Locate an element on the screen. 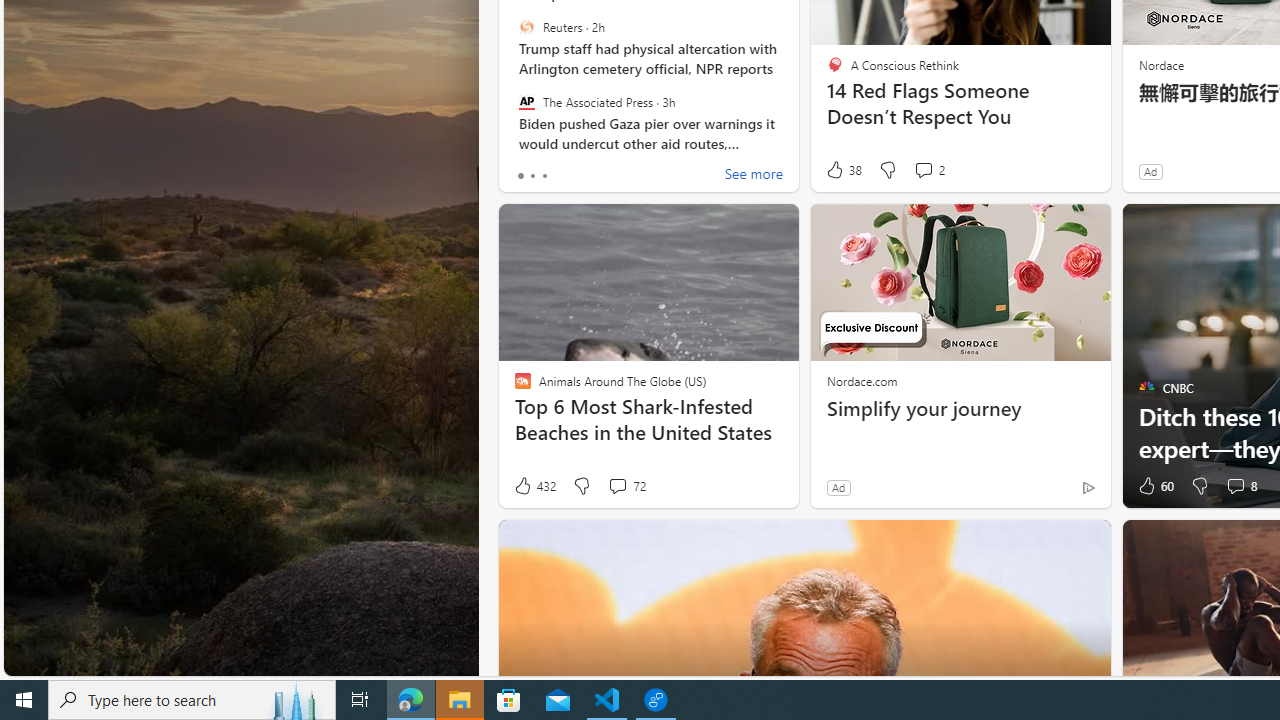 This screenshot has height=720, width=1280. 'View comments 72 Comment' is located at coordinates (616, 486).